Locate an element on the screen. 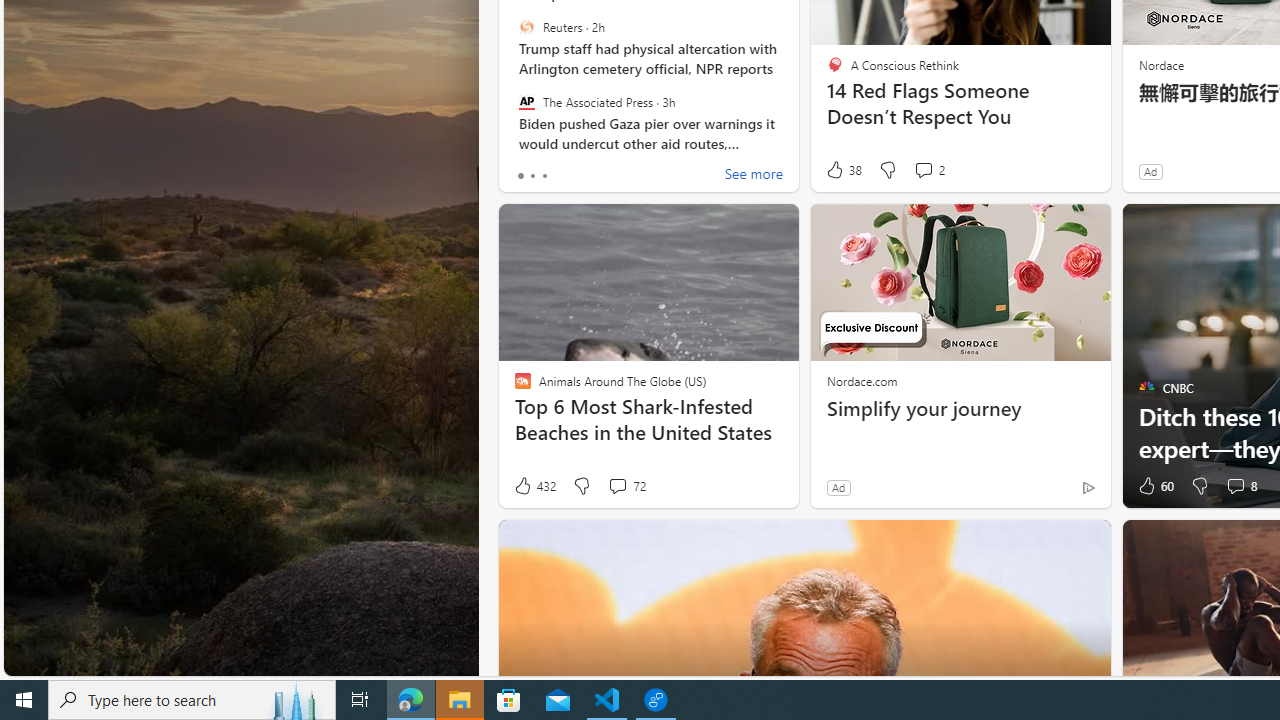 This screenshot has height=720, width=1280. 'View comments 72 Comment' is located at coordinates (616, 486).